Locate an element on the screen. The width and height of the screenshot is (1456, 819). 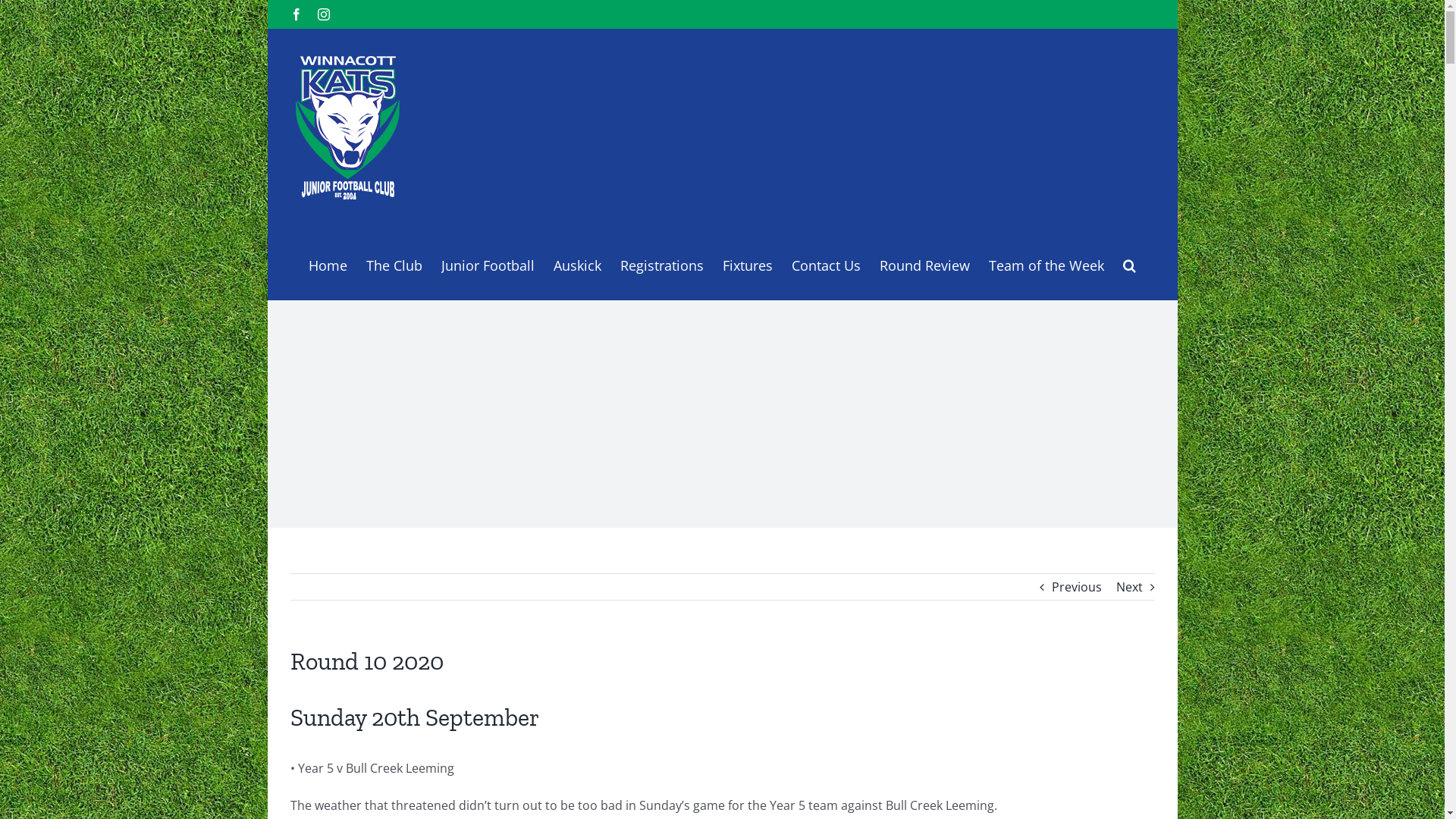
'Previous' is located at coordinates (1075, 586).